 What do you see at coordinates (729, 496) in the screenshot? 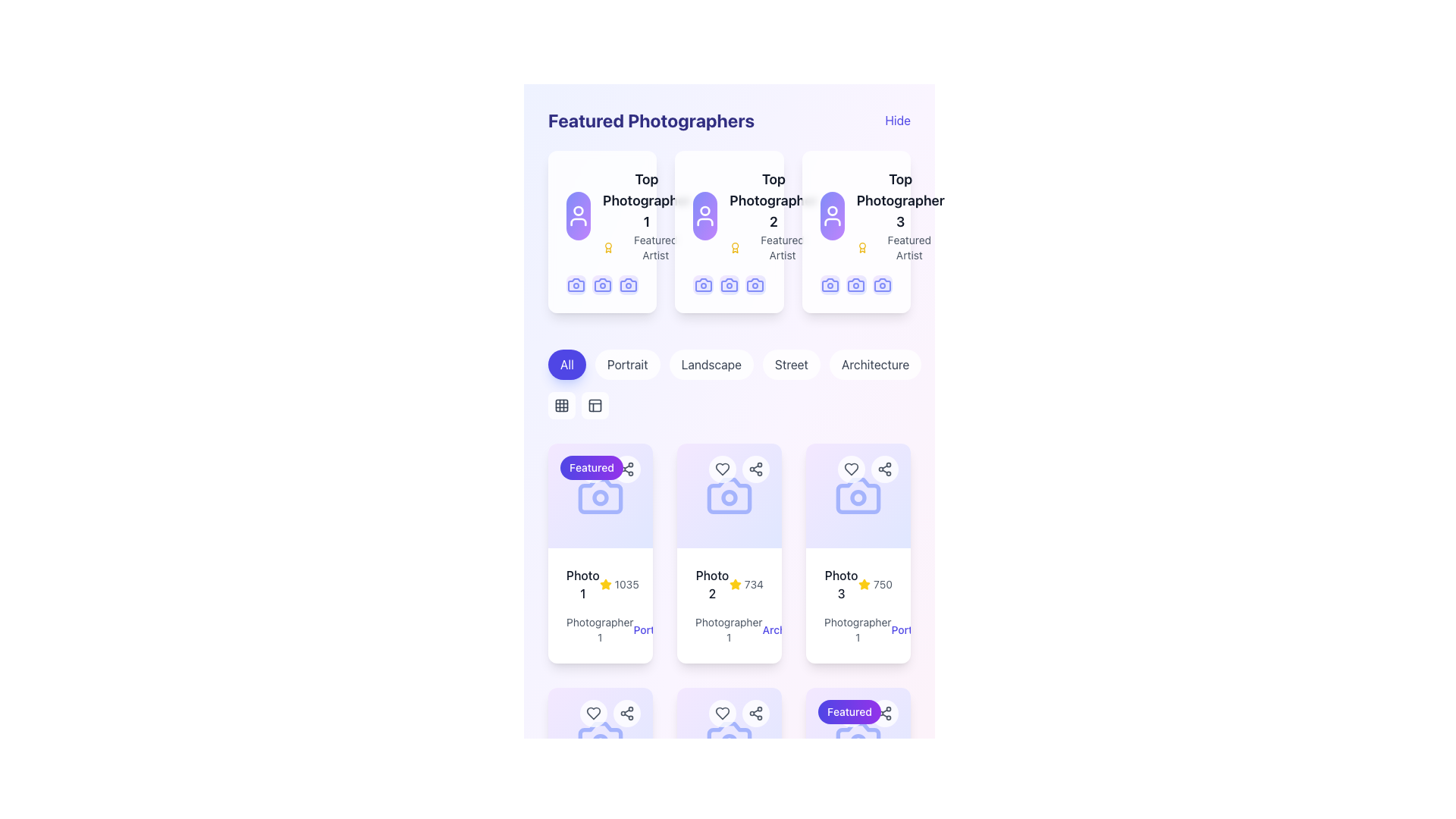
I see `the camera icon located in the second column of the lower section, below the filter categories, which resembles an old-fashioned camera with a lens at its center` at bounding box center [729, 496].